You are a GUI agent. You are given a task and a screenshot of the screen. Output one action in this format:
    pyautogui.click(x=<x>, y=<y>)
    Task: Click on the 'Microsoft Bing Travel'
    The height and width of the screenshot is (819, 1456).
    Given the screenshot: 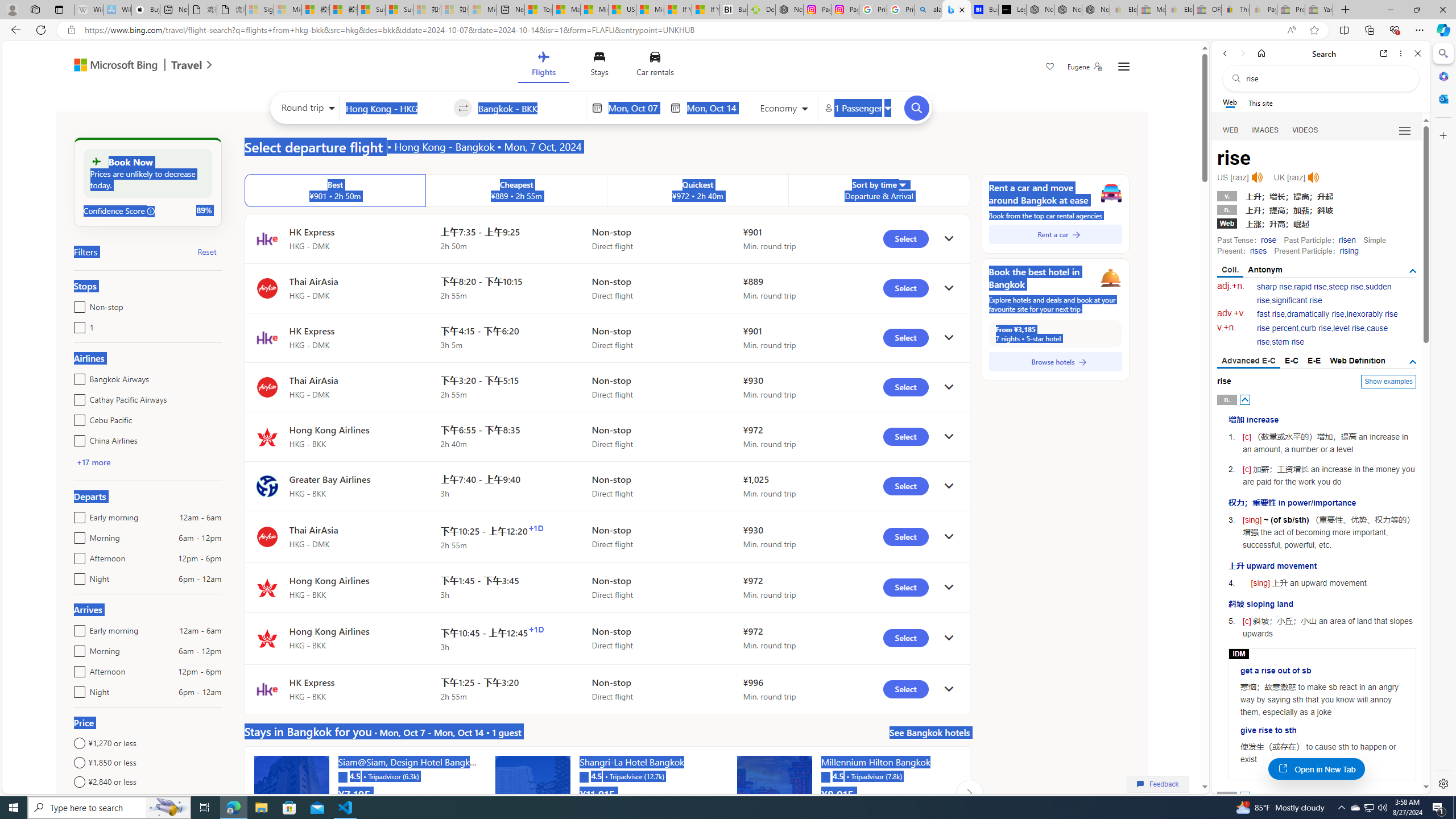 What is the action you would take?
    pyautogui.click(x=130, y=65)
    